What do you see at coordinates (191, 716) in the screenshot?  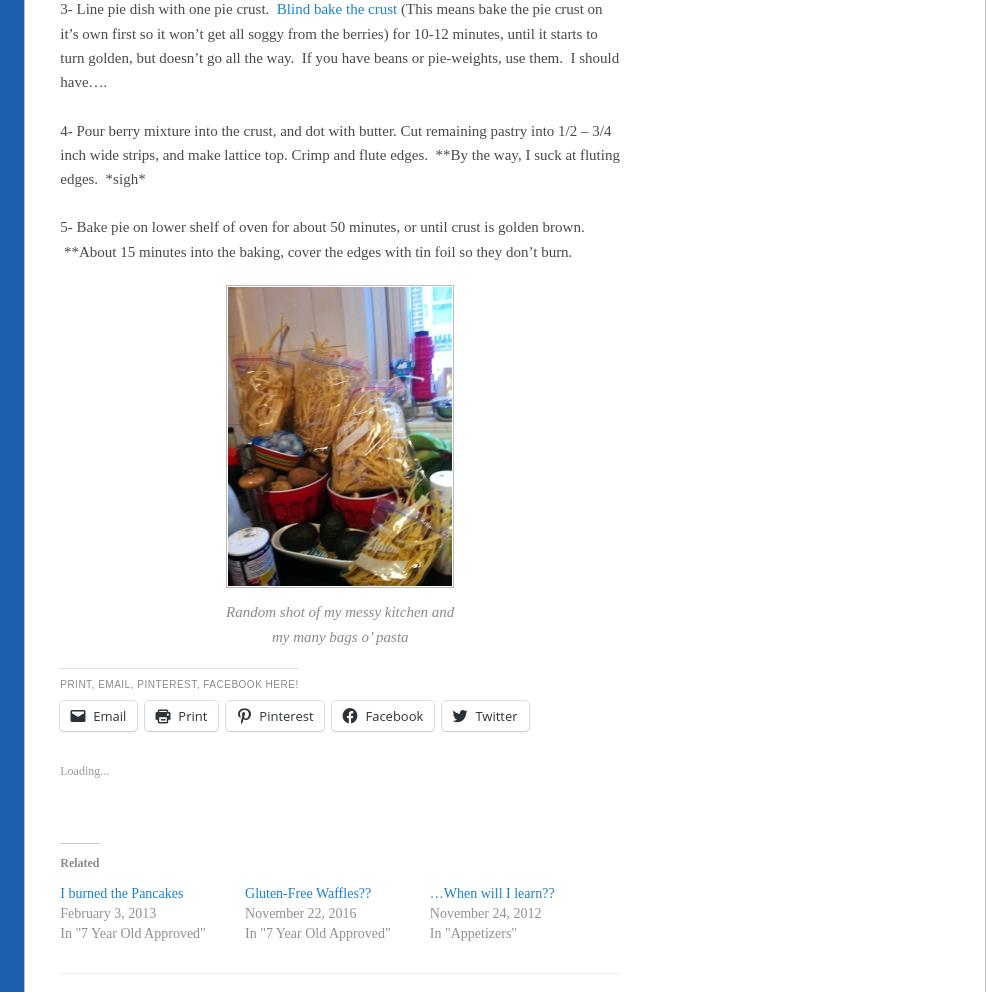 I see `'Print'` at bounding box center [191, 716].